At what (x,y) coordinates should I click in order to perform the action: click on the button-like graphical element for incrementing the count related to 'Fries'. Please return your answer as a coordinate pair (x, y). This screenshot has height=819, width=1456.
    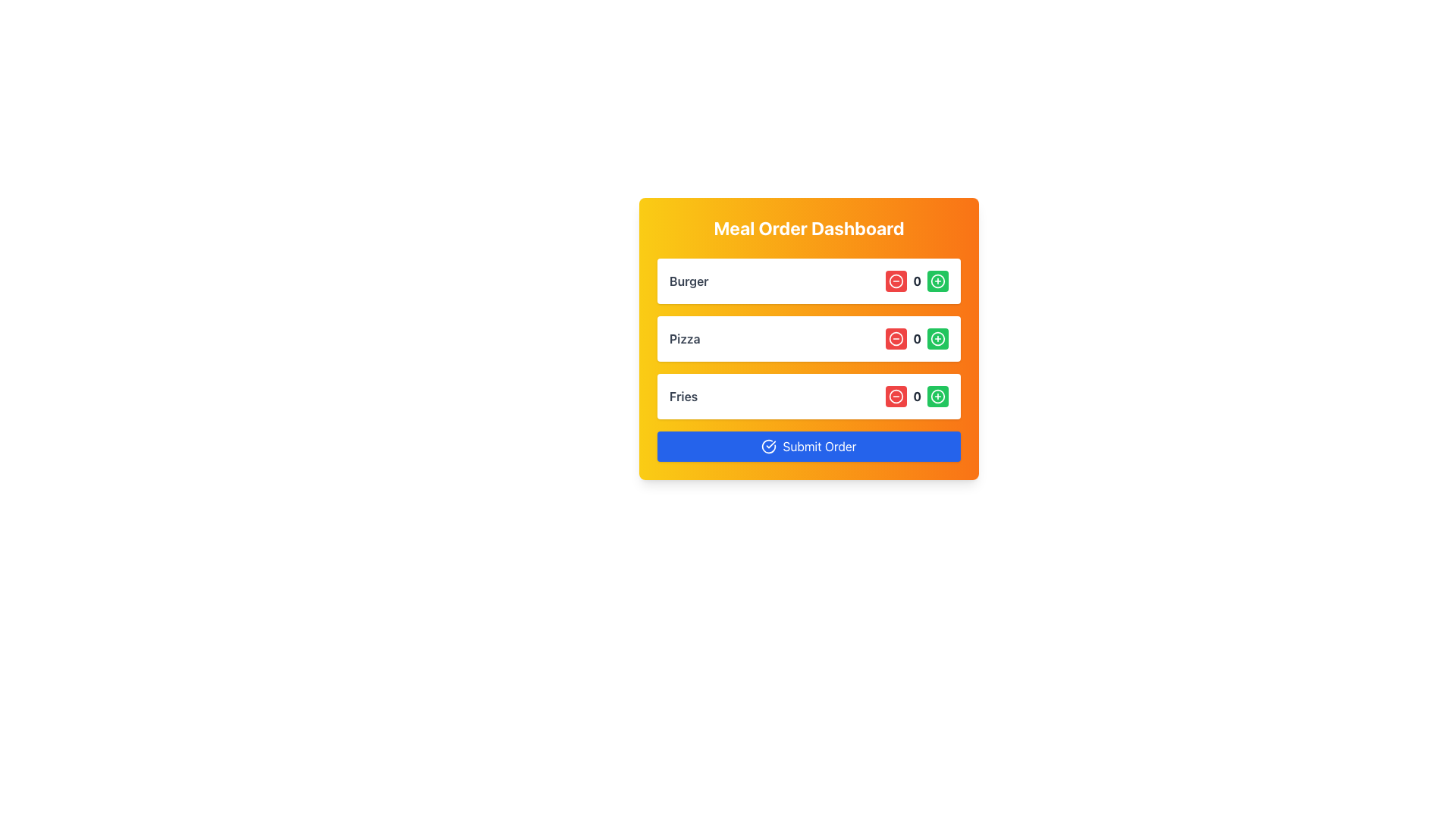
    Looking at the image, I should click on (937, 396).